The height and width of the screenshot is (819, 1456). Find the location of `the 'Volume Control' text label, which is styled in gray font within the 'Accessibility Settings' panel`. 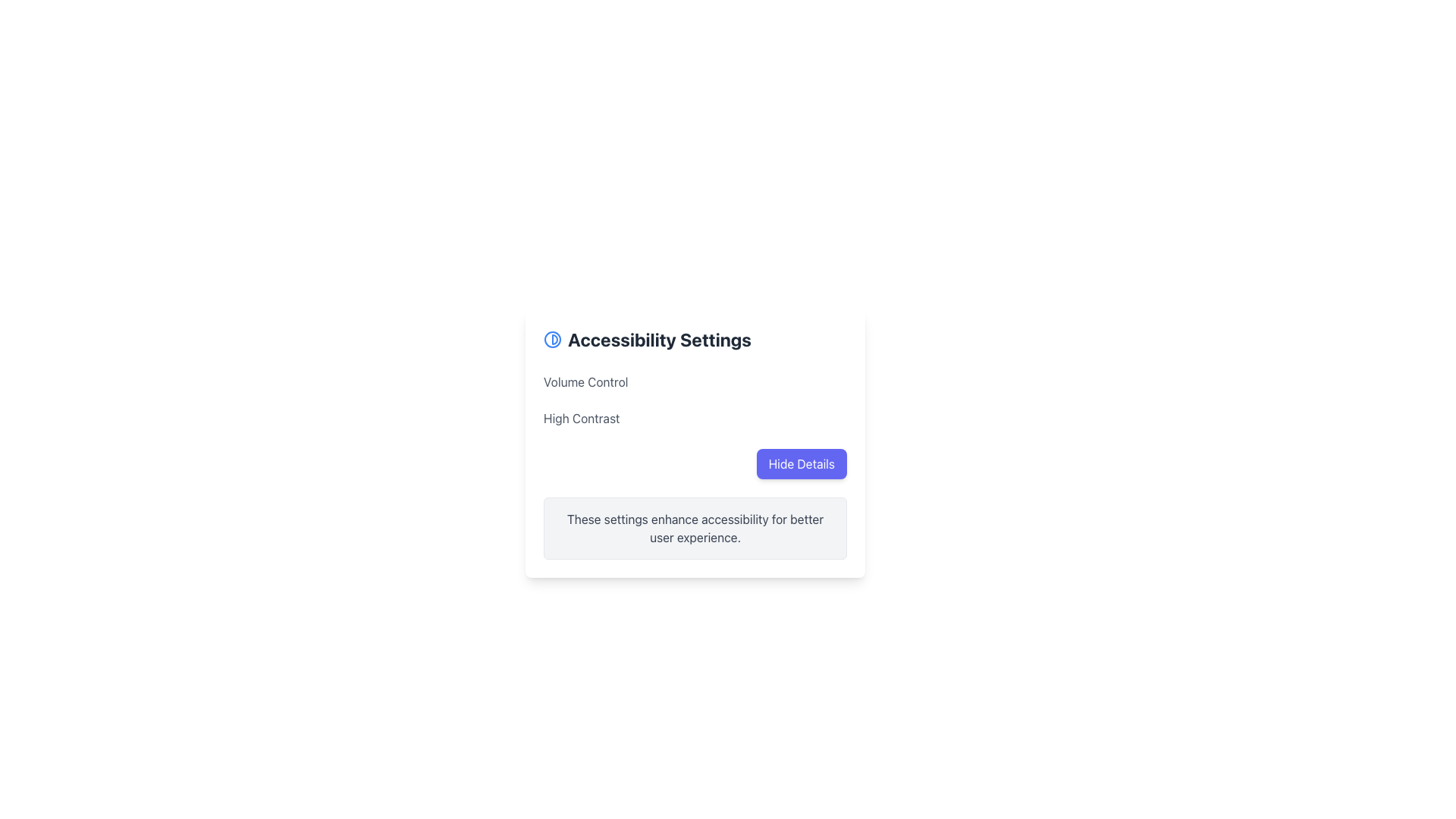

the 'Volume Control' text label, which is styled in gray font within the 'Accessibility Settings' panel is located at coordinates (585, 381).